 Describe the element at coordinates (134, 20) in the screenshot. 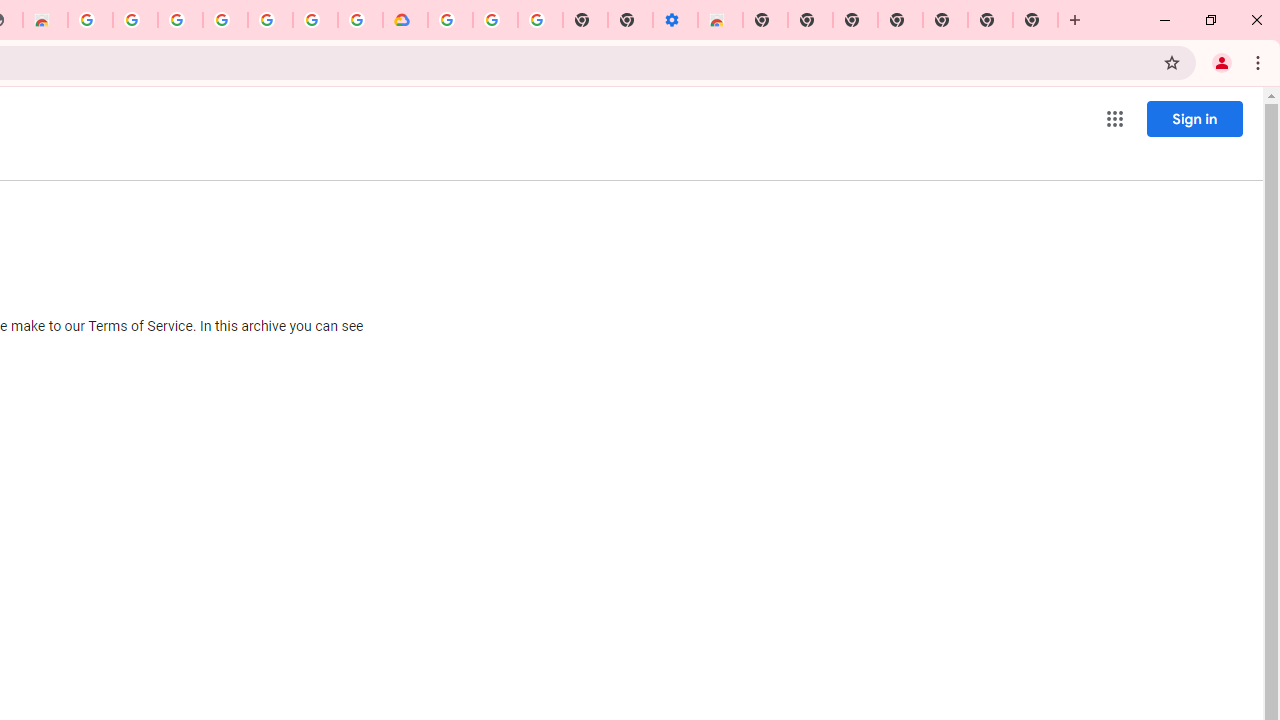

I see `'Ad Settings'` at that location.